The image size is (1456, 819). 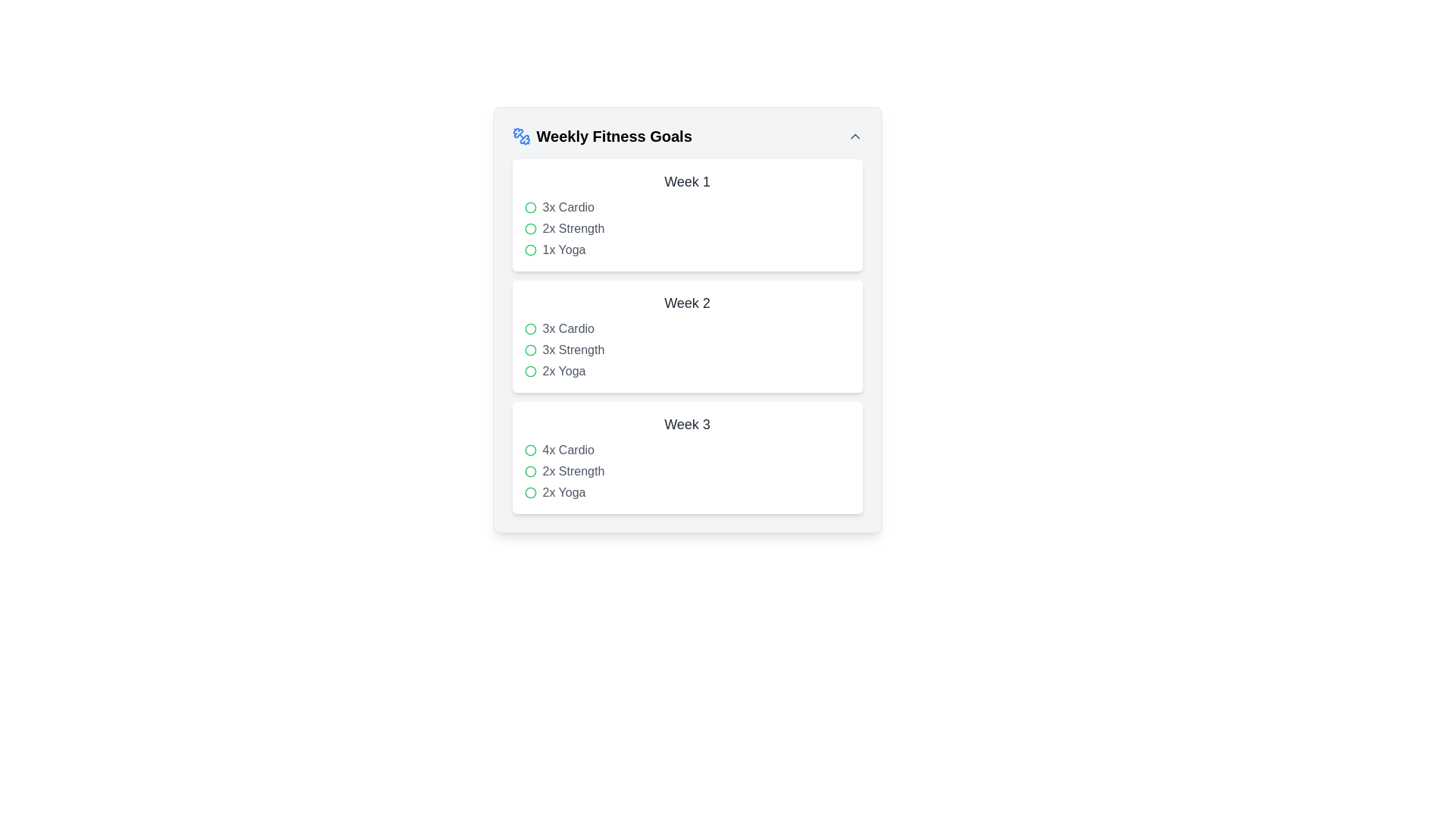 I want to click on the activity state icon in the 'Week 3' group, associated with the '2x Yoga' task, so click(x=530, y=493).